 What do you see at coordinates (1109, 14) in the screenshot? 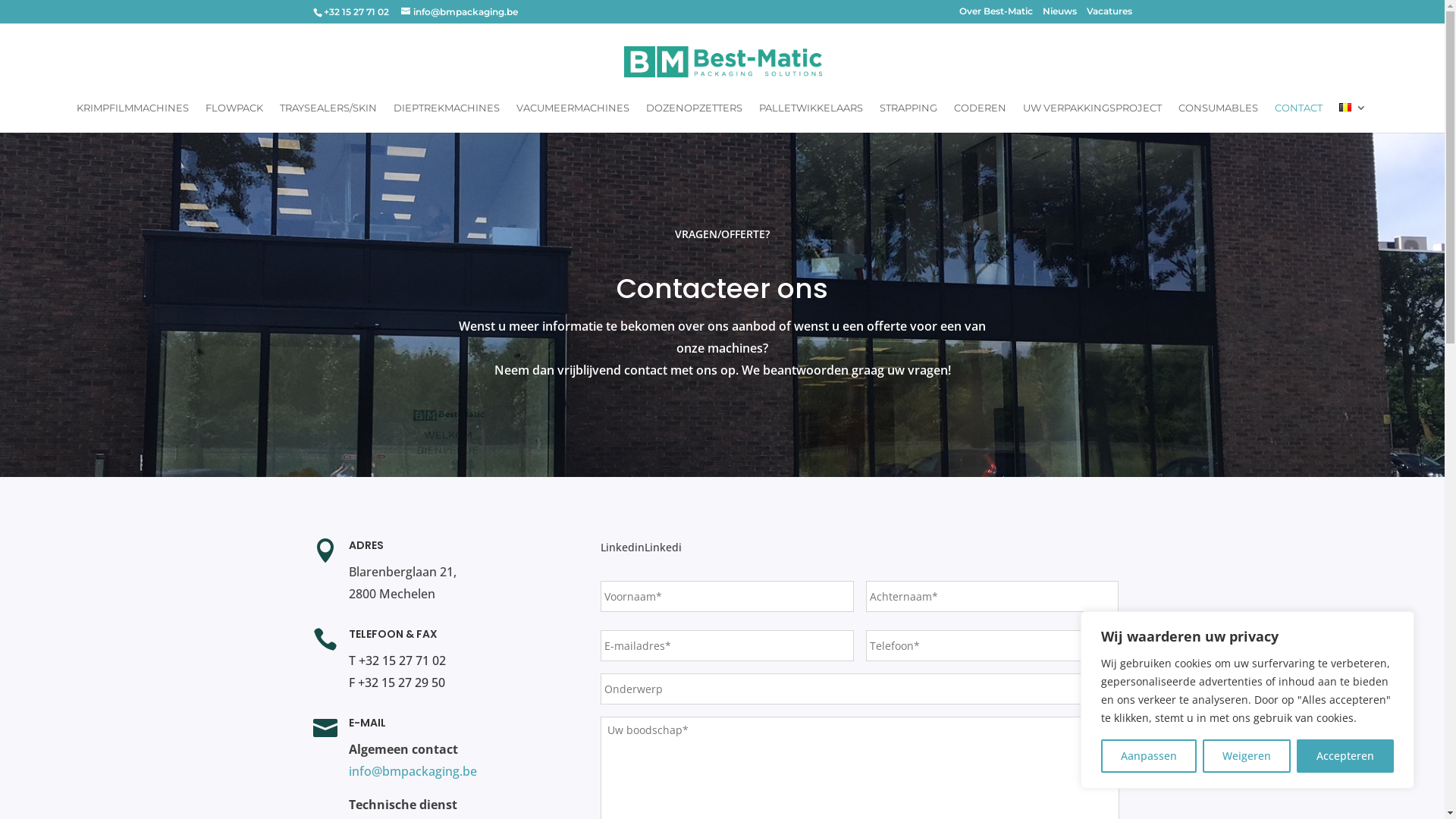
I see `'Vacatures'` at bounding box center [1109, 14].